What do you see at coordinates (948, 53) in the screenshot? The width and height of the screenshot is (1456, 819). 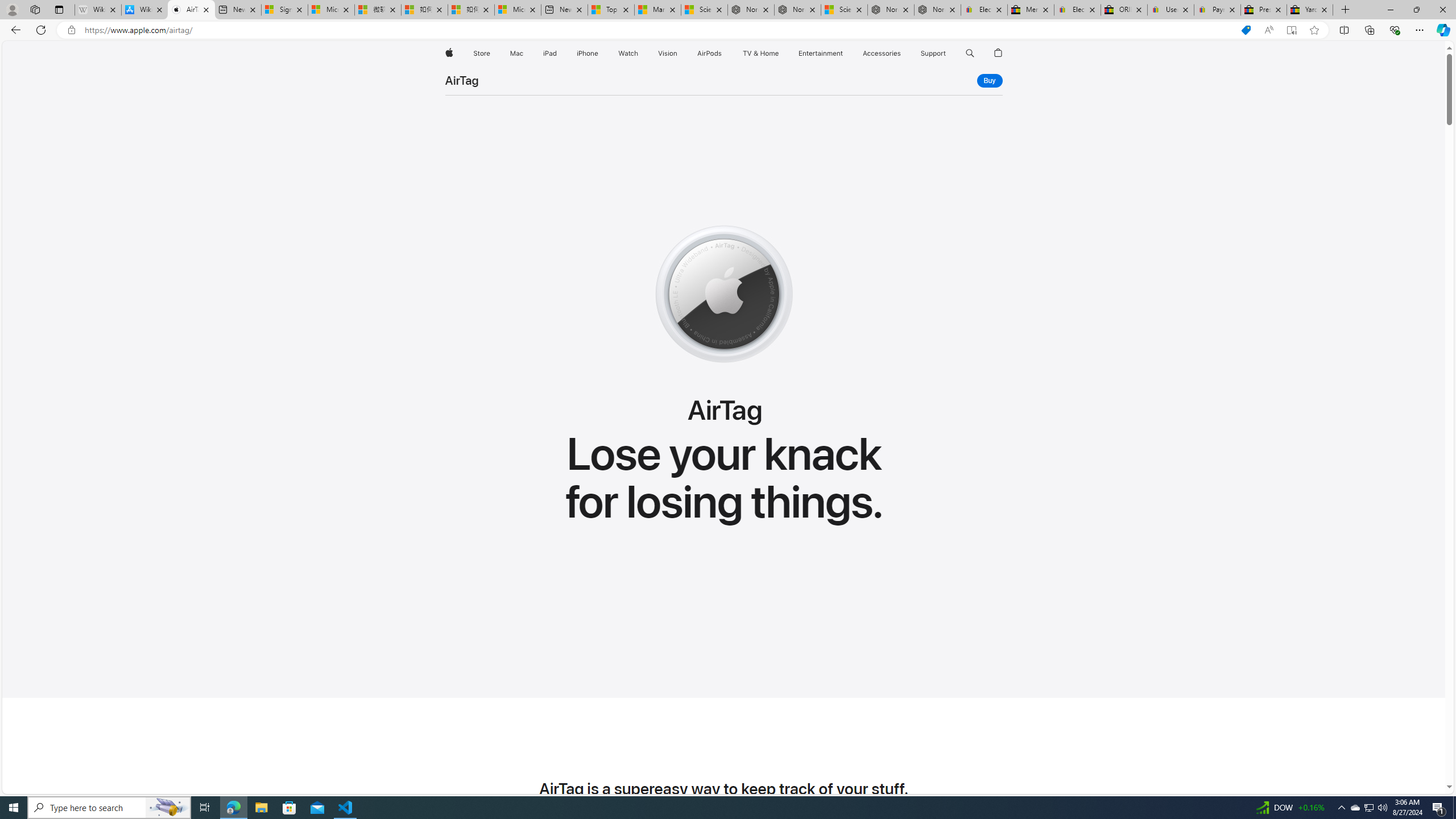 I see `'Class: globalnav-submenu-trigger-item'` at bounding box center [948, 53].